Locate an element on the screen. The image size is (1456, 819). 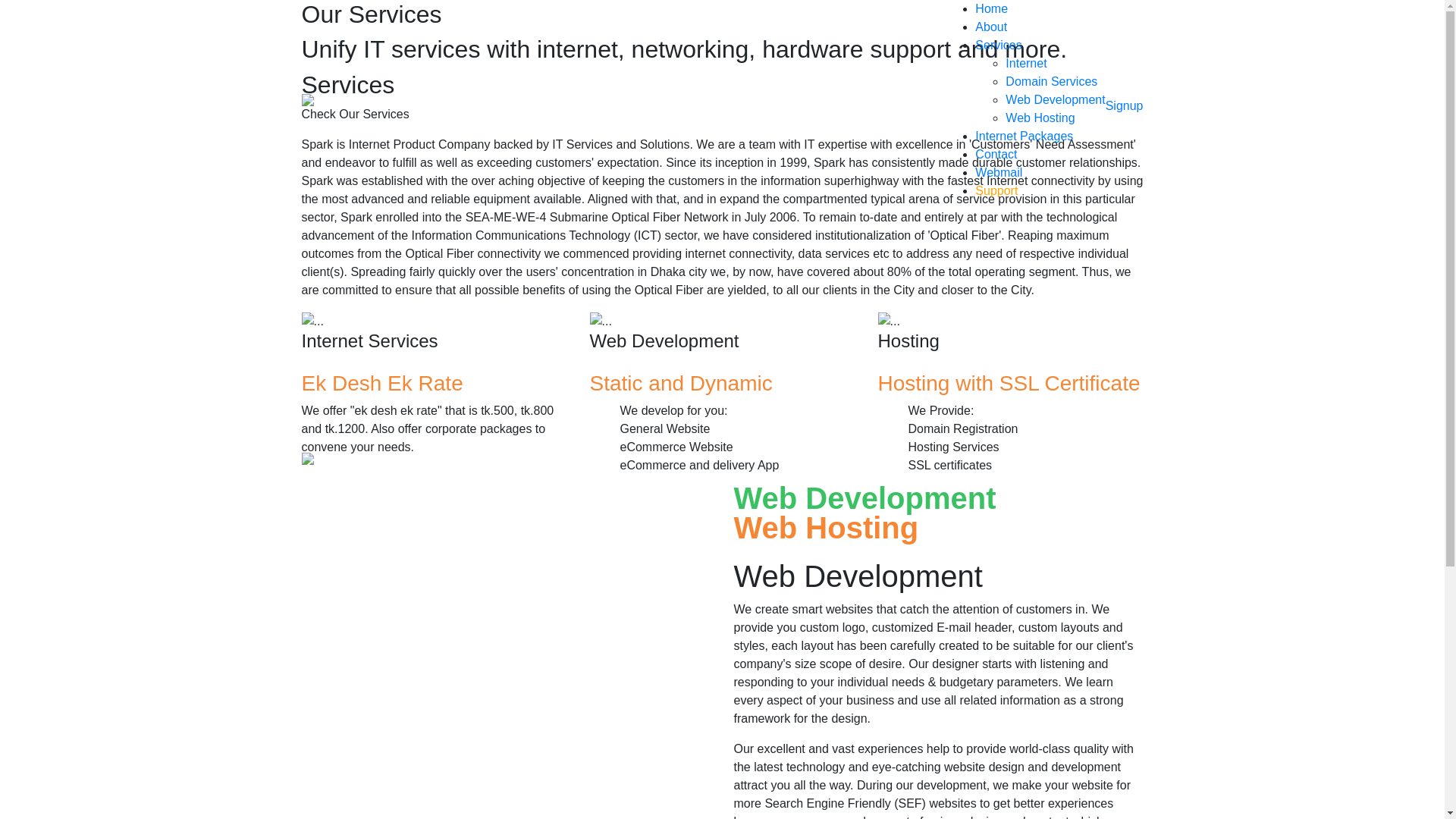
'Internet Packages' is located at coordinates (1024, 135).